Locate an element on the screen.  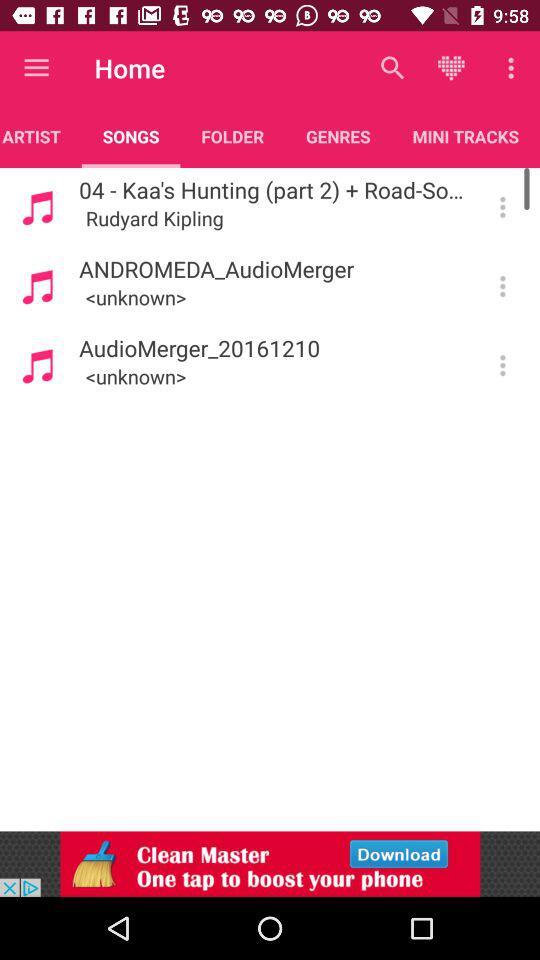
song details is located at coordinates (501, 364).